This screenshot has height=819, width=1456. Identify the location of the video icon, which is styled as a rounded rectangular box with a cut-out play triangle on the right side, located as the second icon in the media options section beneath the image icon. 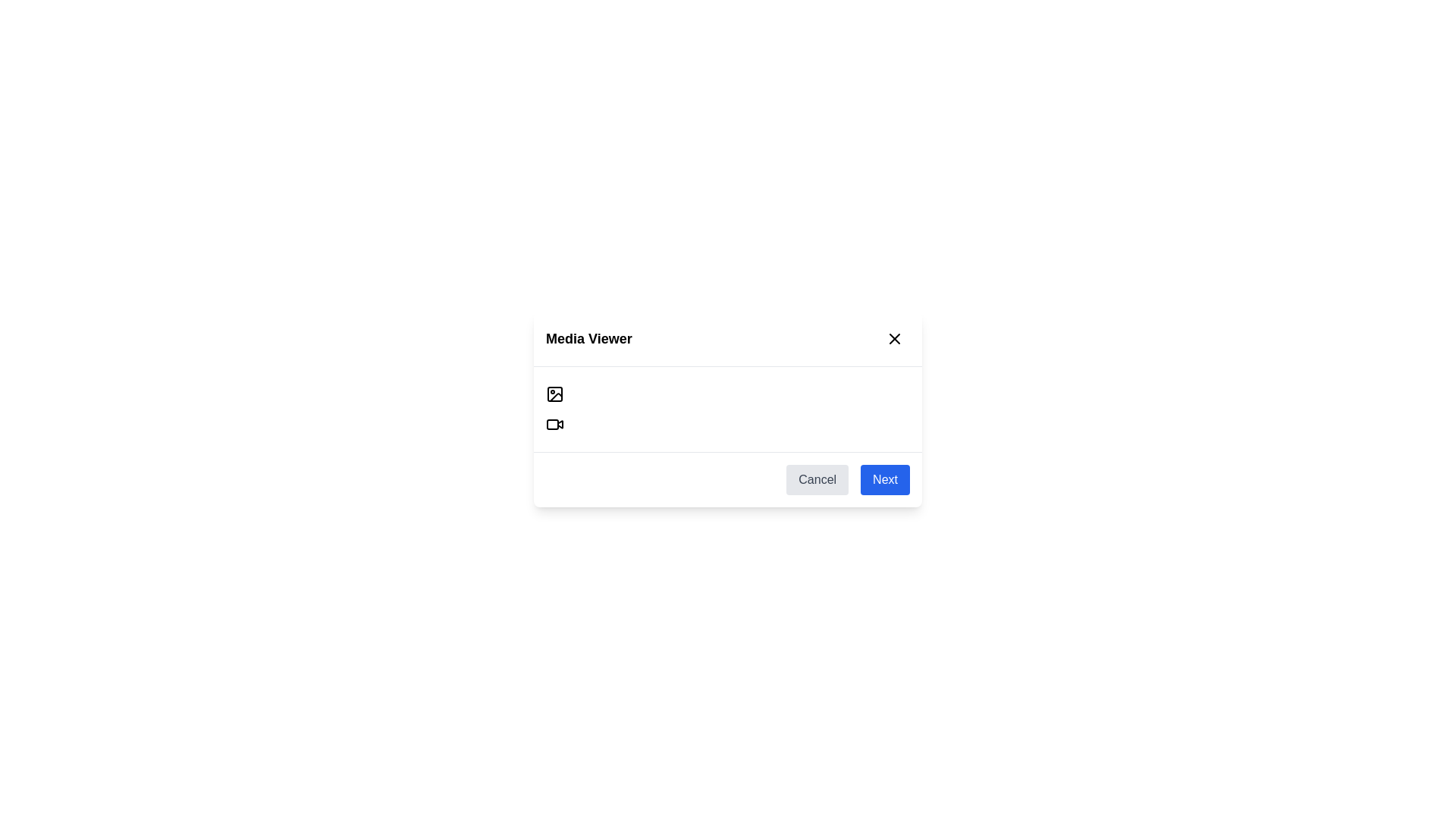
(554, 424).